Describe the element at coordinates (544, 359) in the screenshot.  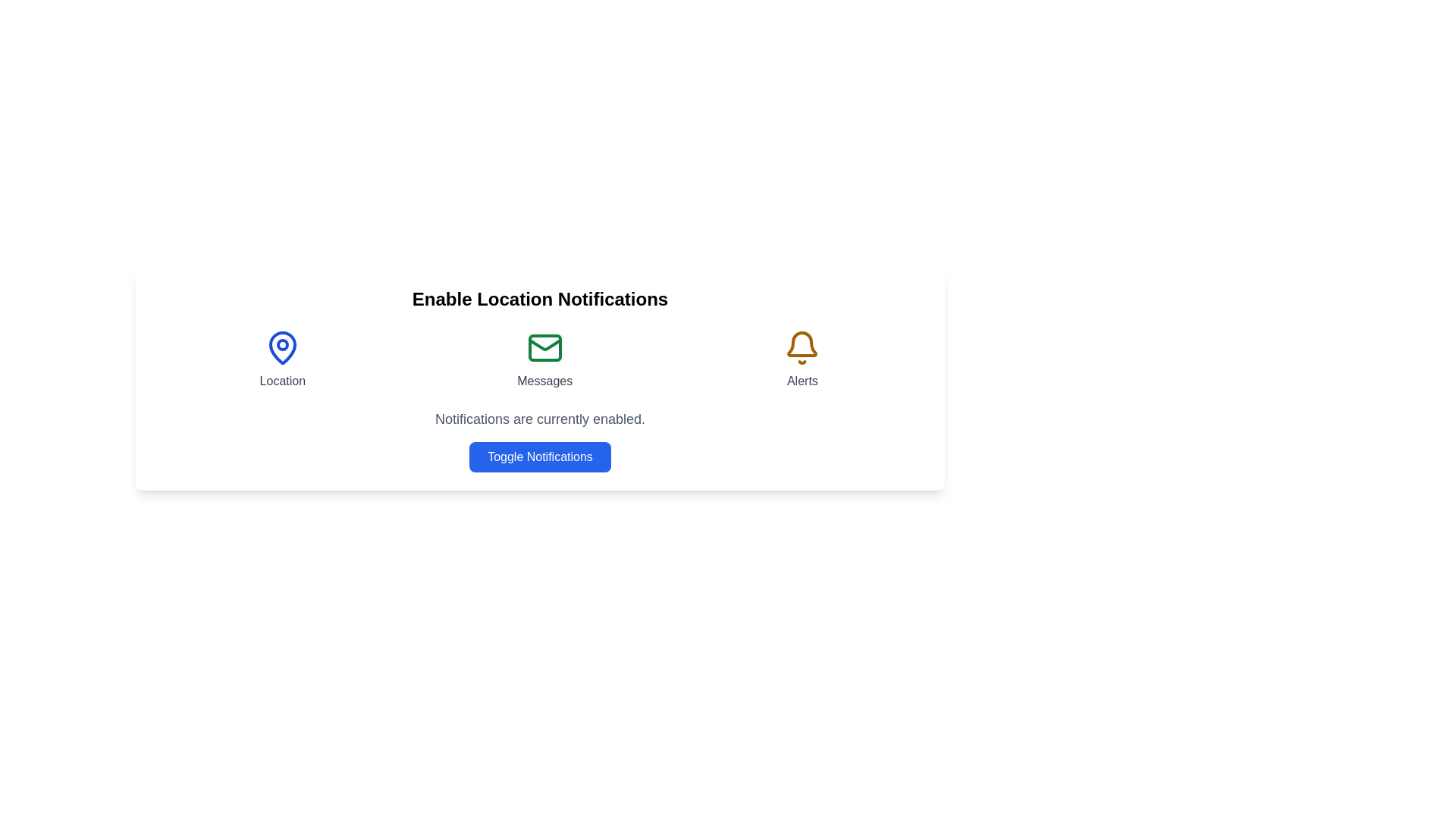
I see `the Navigation Button` at that location.